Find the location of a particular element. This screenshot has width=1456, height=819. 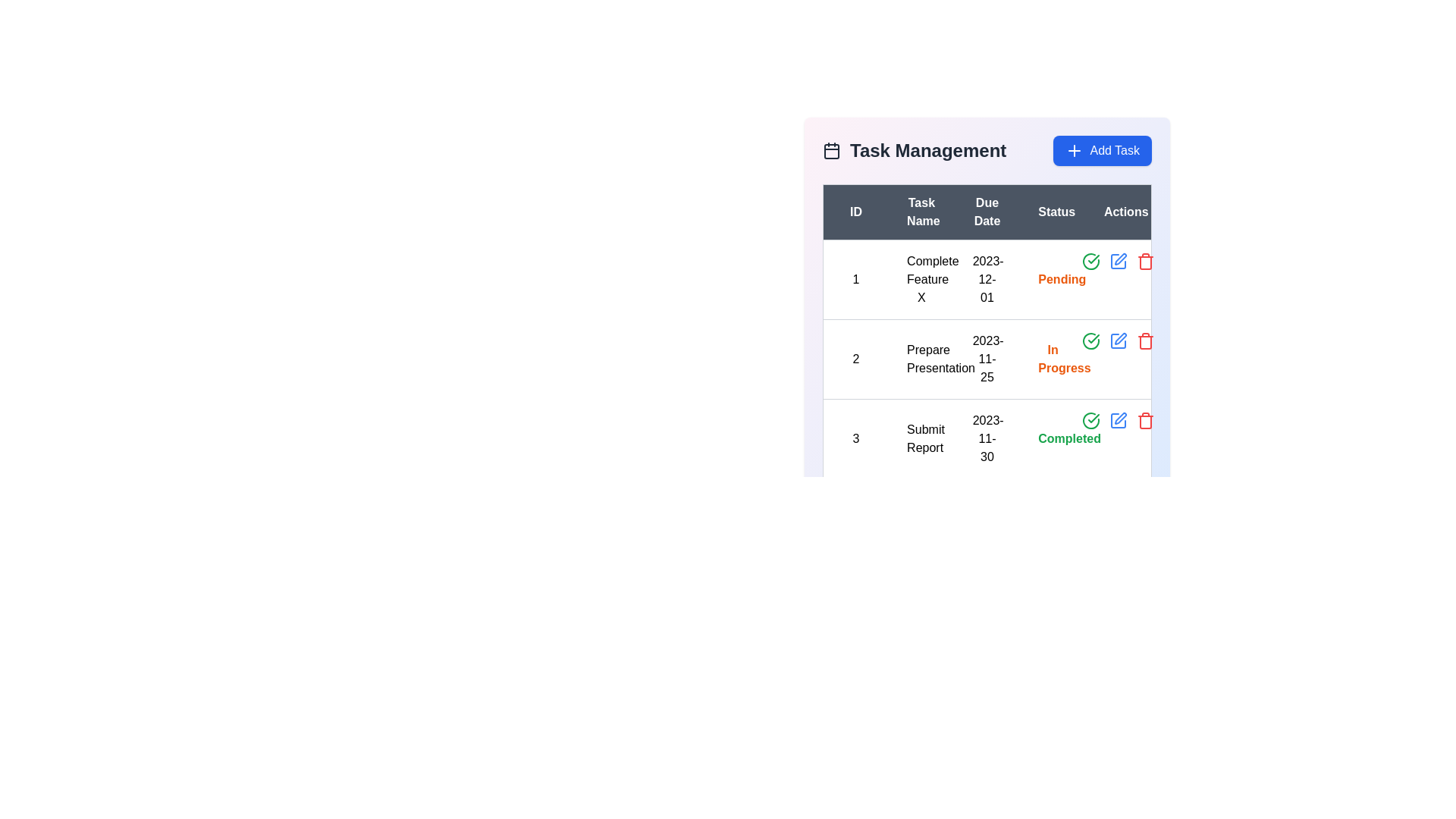

the green circle icon with a checkmark in the 'Actions' column of the third row of the 'Task Management' table is located at coordinates (1090, 421).